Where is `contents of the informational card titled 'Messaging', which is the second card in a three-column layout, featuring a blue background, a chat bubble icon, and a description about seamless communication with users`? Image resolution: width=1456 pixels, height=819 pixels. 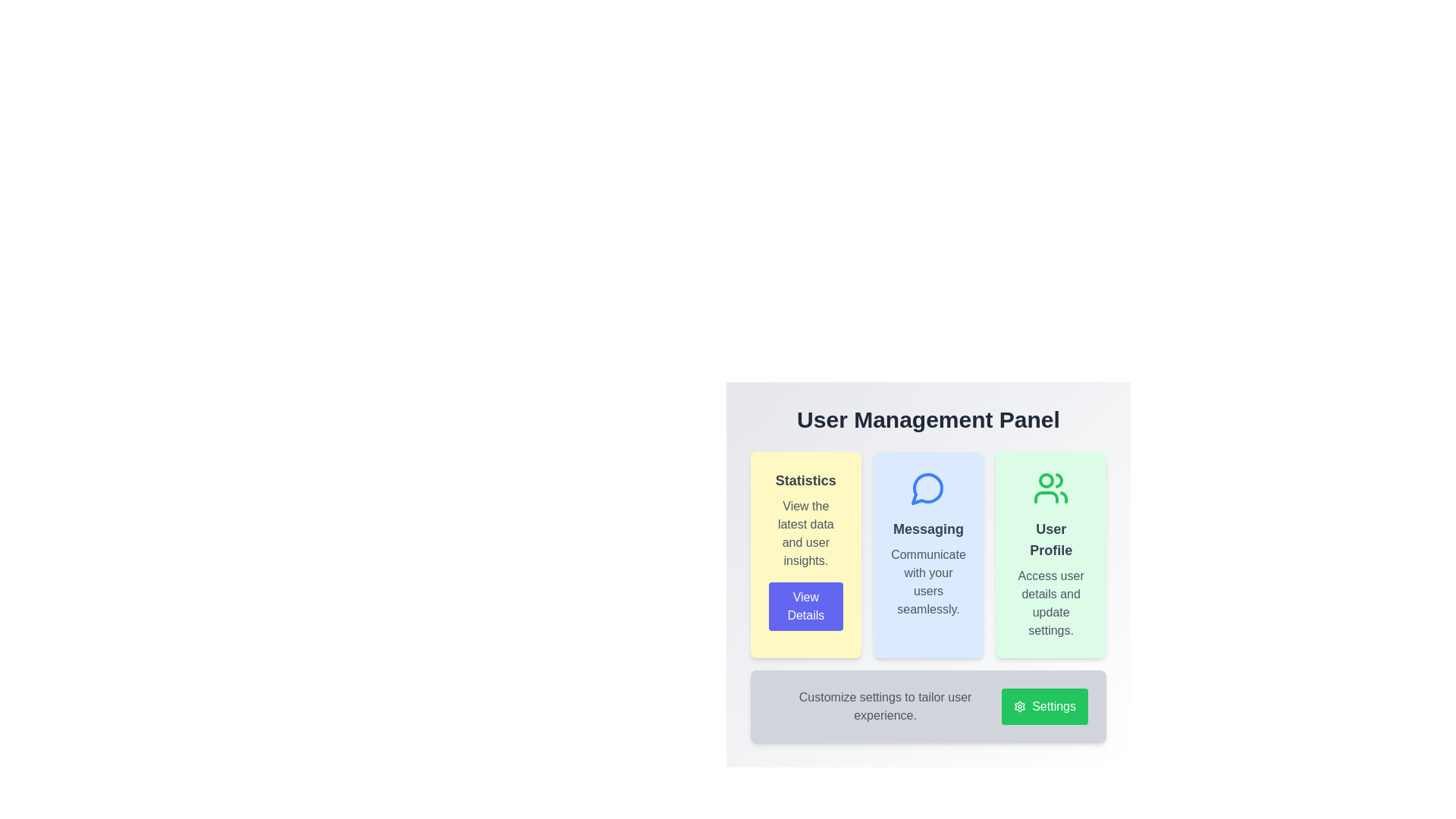
contents of the informational card titled 'Messaging', which is the second card in a three-column layout, featuring a blue background, a chat bubble icon, and a description about seamless communication with users is located at coordinates (927, 596).